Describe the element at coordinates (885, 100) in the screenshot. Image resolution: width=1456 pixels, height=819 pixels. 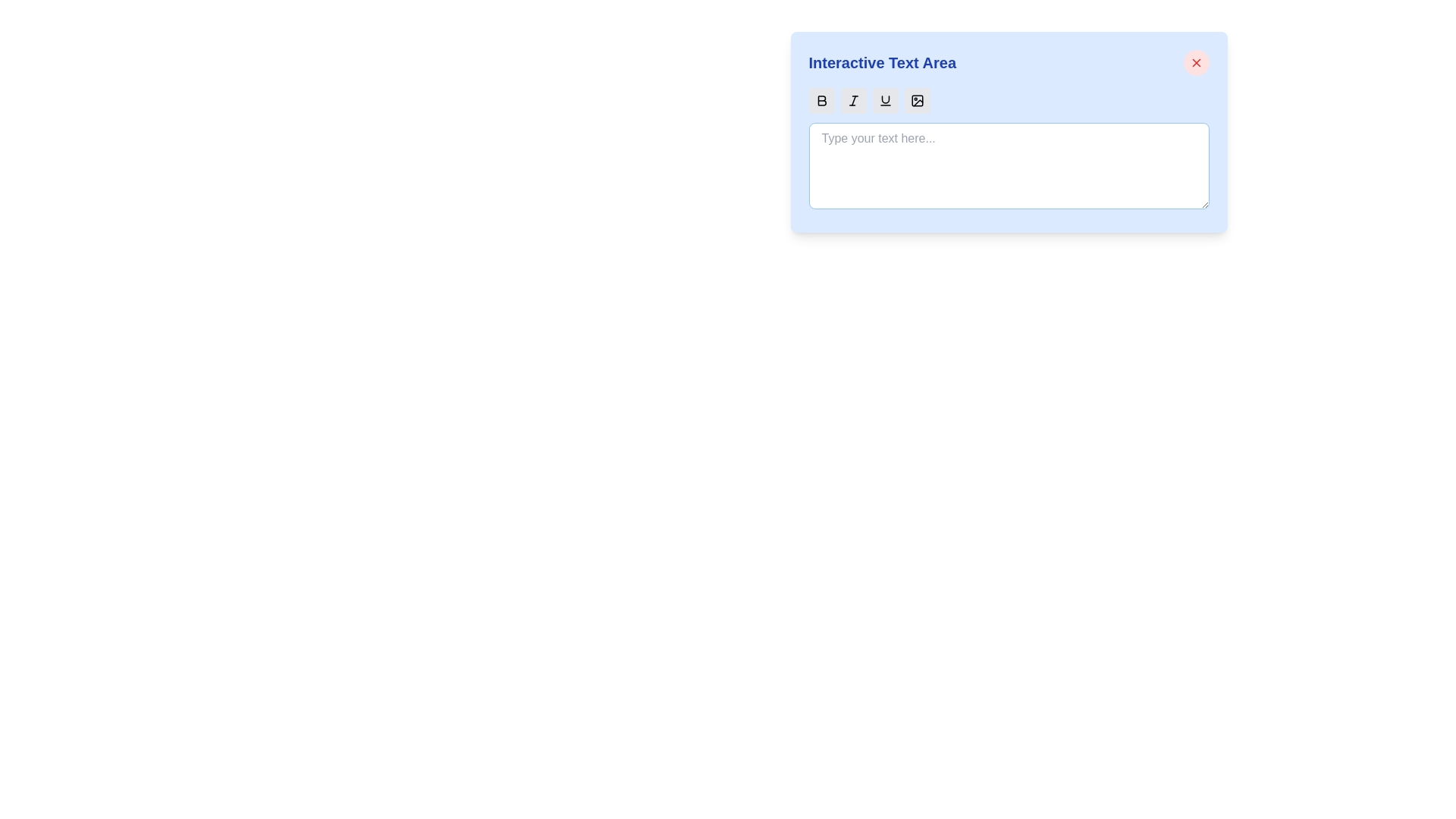
I see `the underline formatting button located in the third slot of the horizontal toolbar above the text input field to apply underline formatting to the selected text` at that location.